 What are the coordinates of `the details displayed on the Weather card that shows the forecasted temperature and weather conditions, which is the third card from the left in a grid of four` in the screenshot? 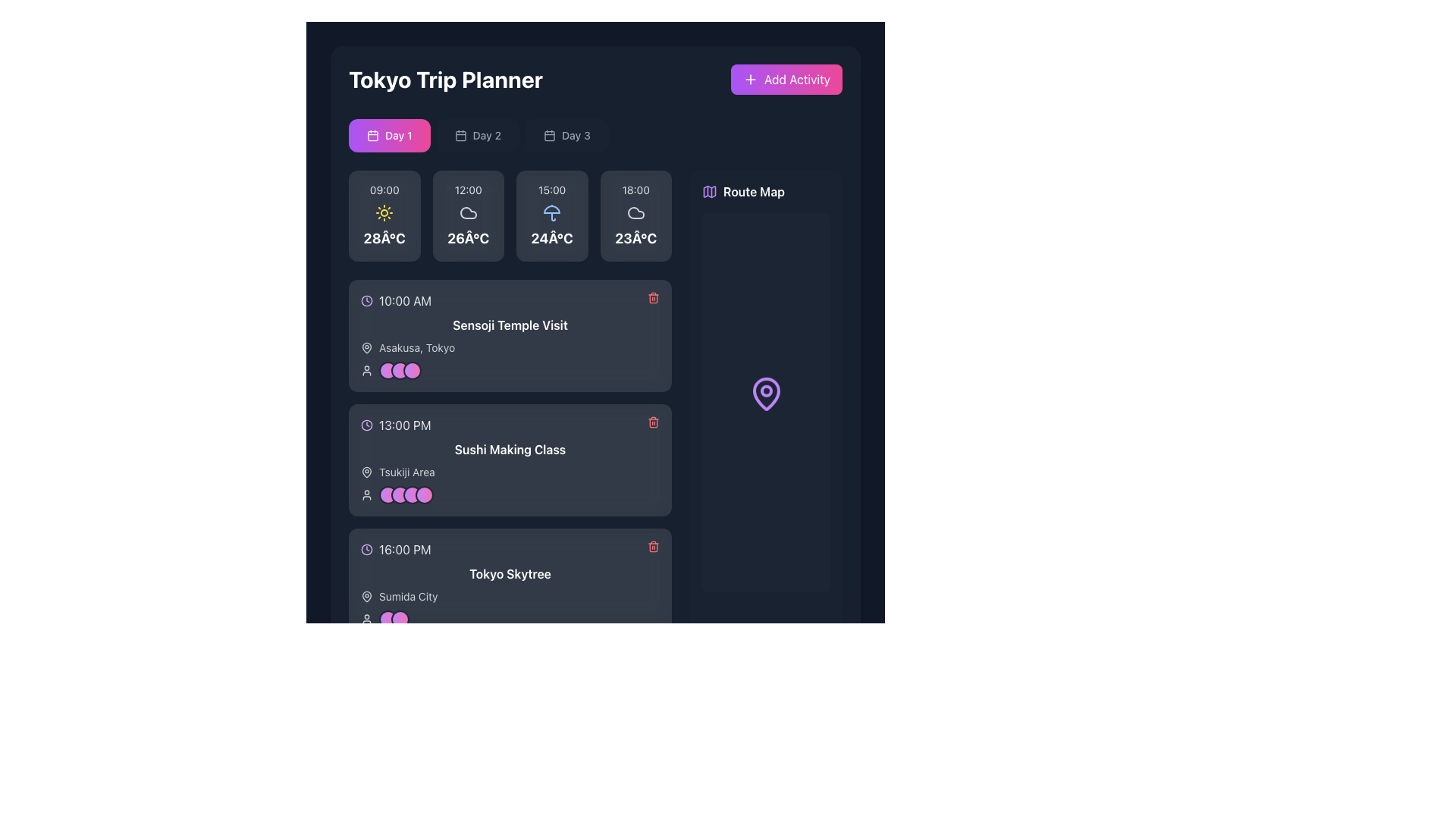 It's located at (551, 216).